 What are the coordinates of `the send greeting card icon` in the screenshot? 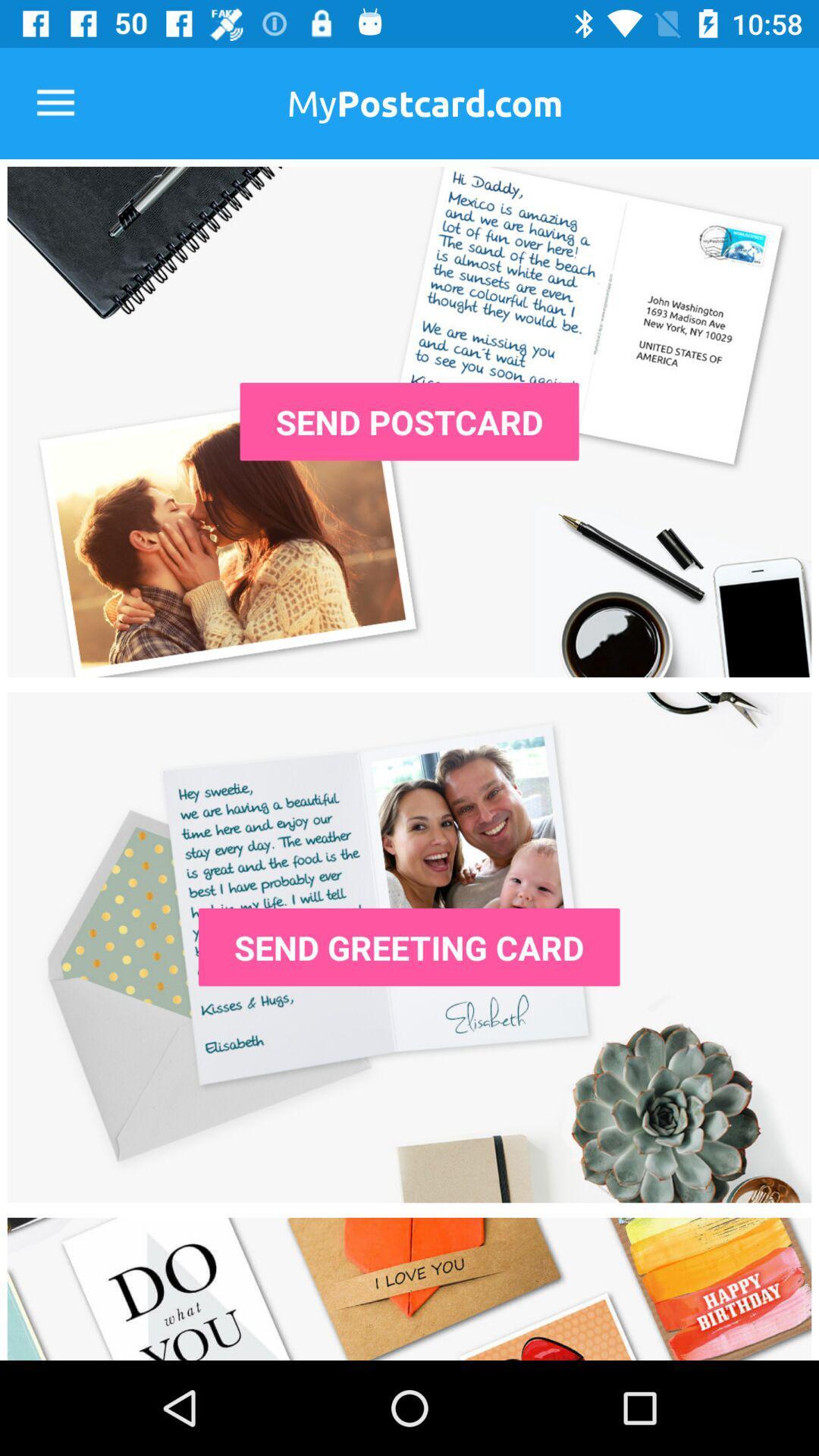 It's located at (408, 946).